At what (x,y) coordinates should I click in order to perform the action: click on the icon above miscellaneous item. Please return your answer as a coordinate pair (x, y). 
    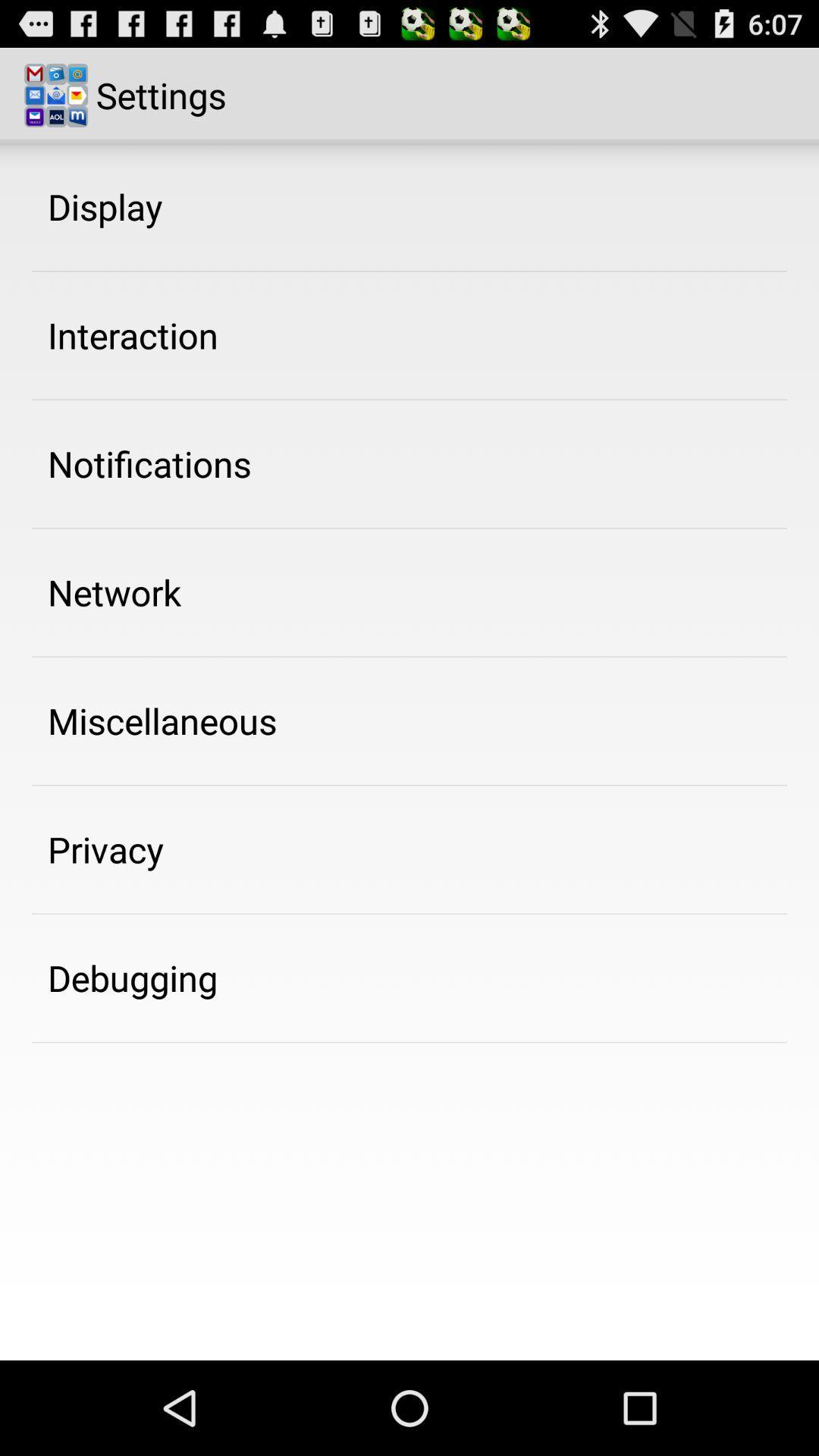
    Looking at the image, I should click on (114, 591).